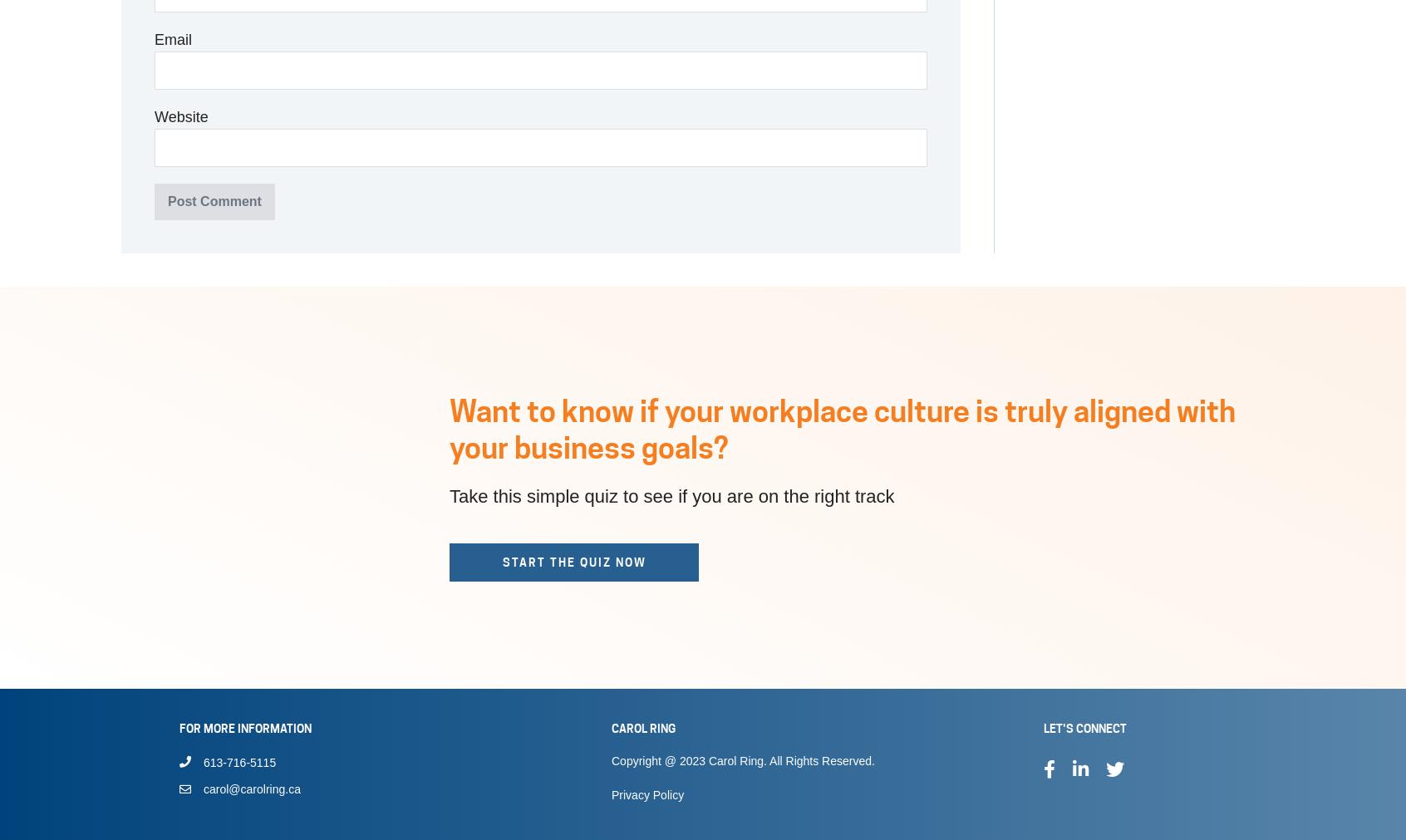 Image resolution: width=1406 pixels, height=840 pixels. Describe the element at coordinates (172, 39) in the screenshot. I see `'Email'` at that location.